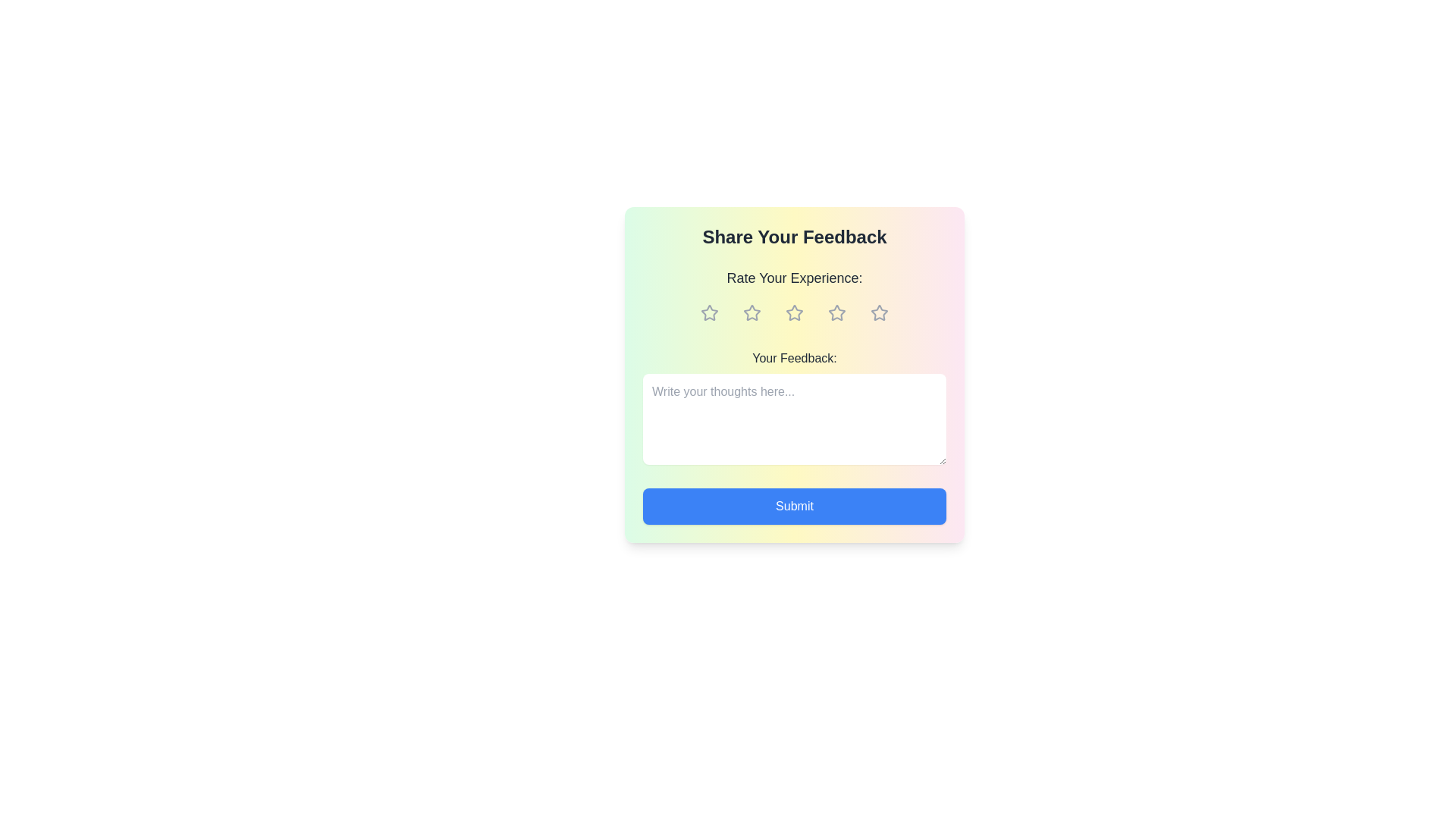 The height and width of the screenshot is (819, 1456). What do you see at coordinates (793, 312) in the screenshot?
I see `the third star in the rating system` at bounding box center [793, 312].